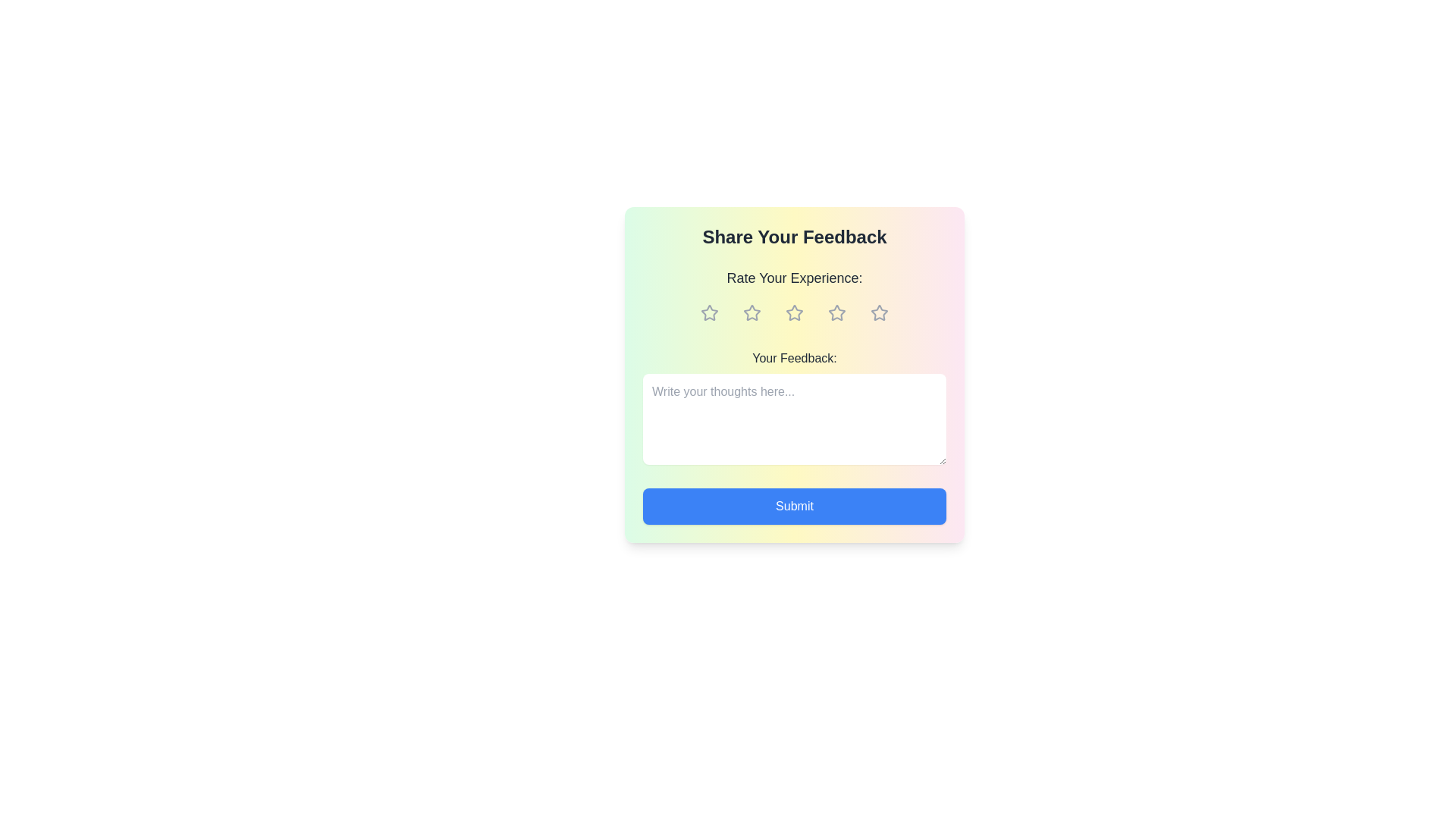 The height and width of the screenshot is (819, 1456). What do you see at coordinates (793, 312) in the screenshot?
I see `the third star in the rating system` at bounding box center [793, 312].